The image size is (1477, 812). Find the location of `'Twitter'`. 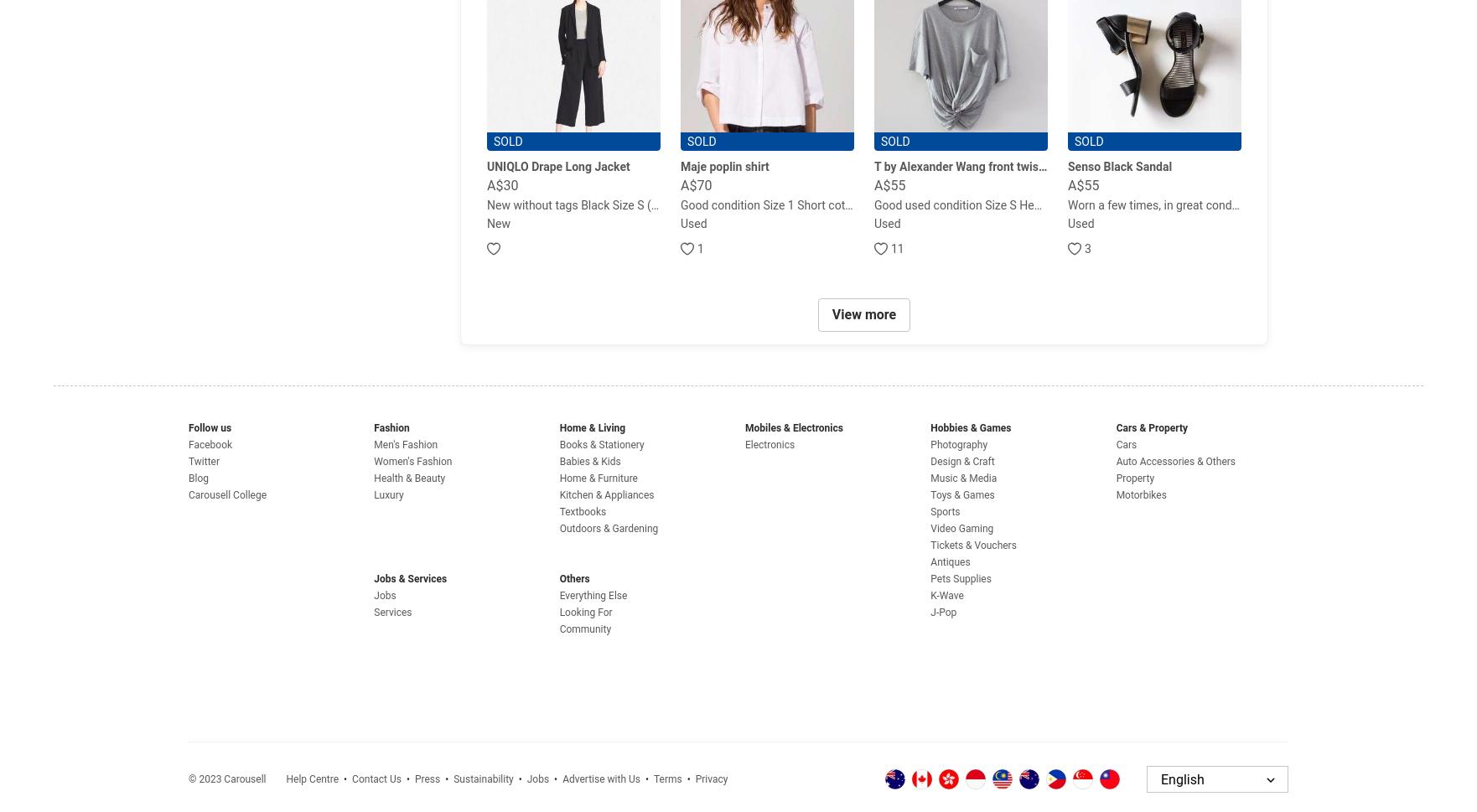

'Twitter' is located at coordinates (204, 461).